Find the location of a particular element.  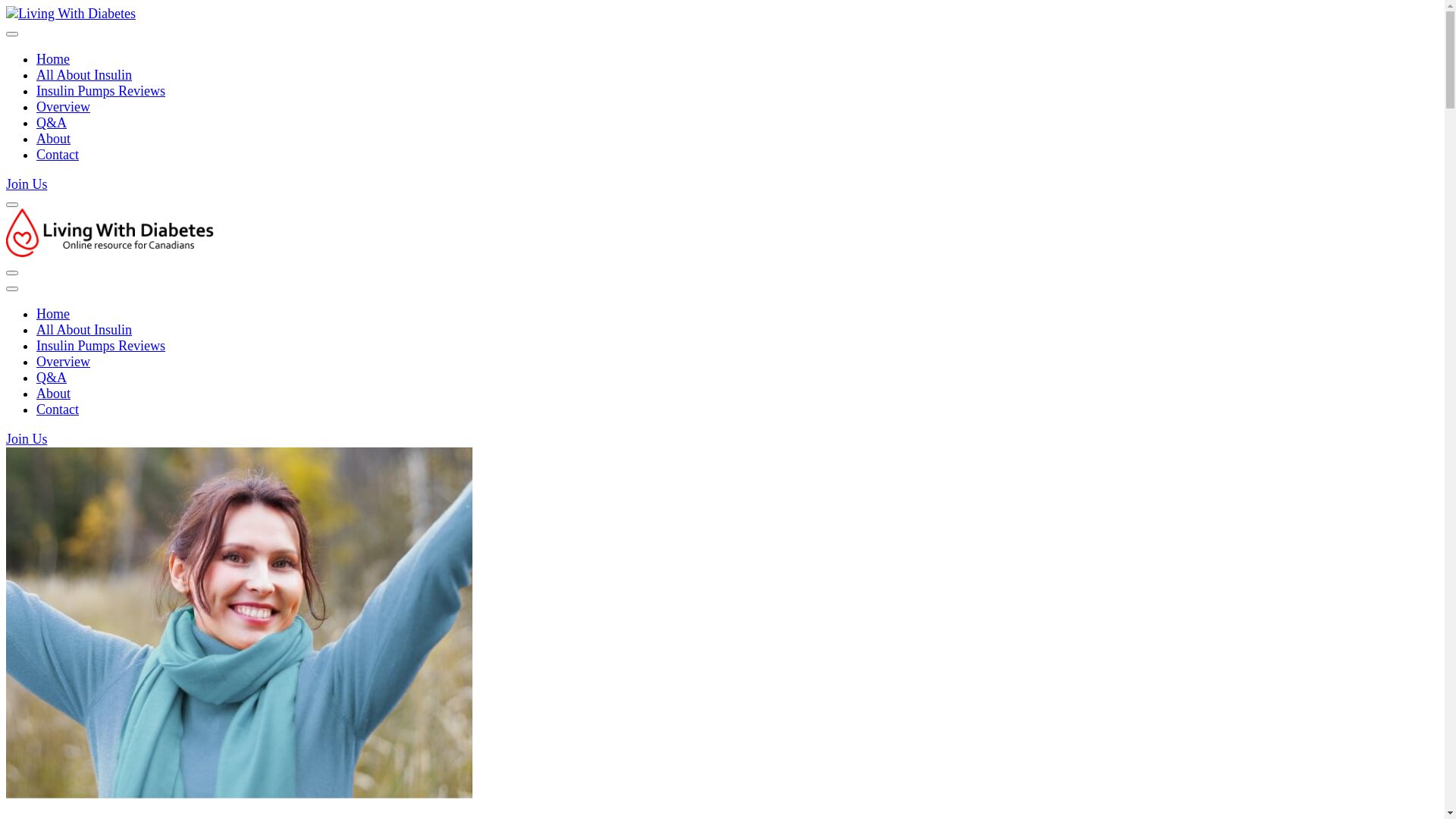

'Overview' is located at coordinates (62, 106).